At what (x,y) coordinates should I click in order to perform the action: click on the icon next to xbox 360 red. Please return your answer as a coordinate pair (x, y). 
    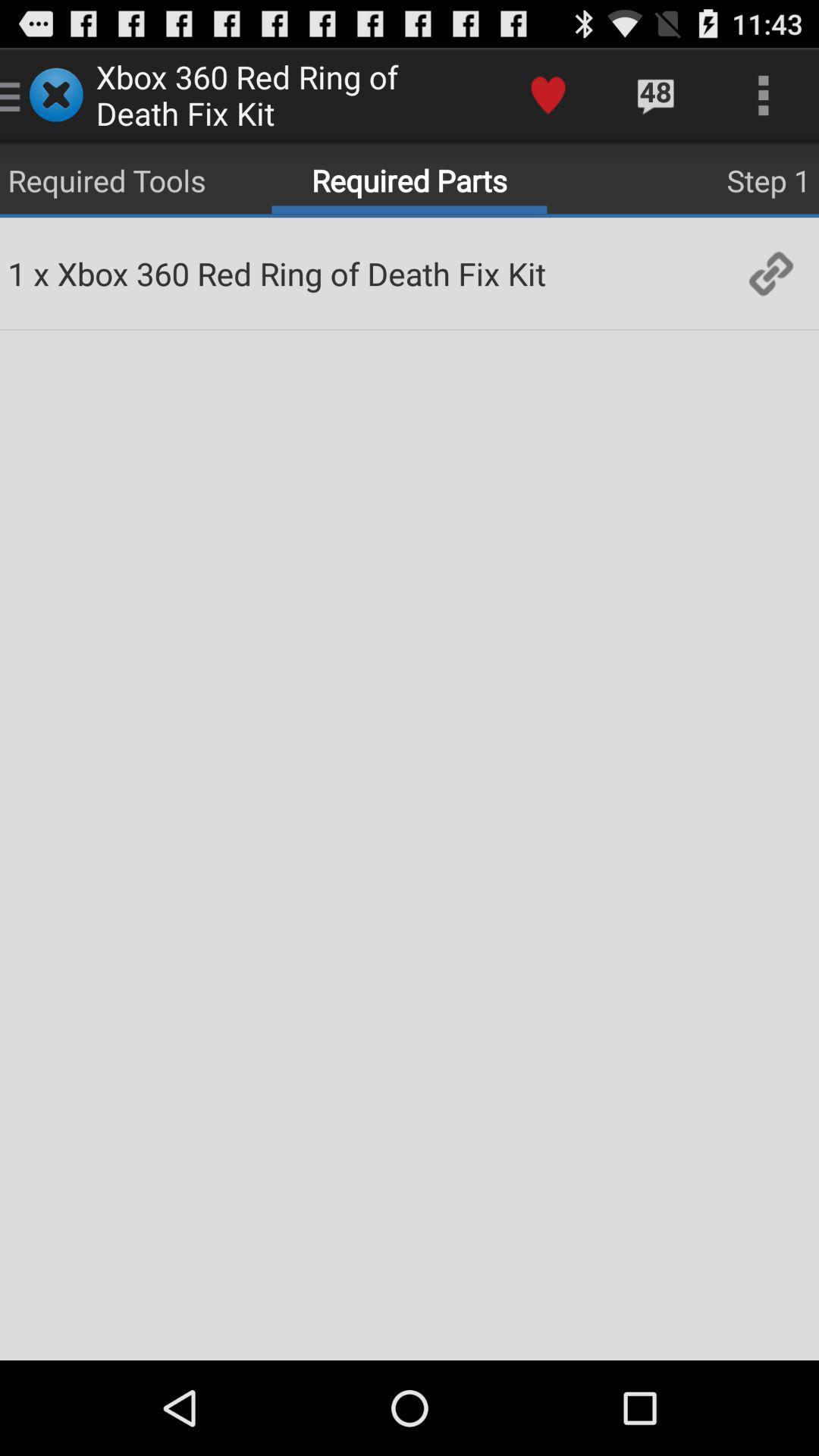
    Looking at the image, I should click on (40, 273).